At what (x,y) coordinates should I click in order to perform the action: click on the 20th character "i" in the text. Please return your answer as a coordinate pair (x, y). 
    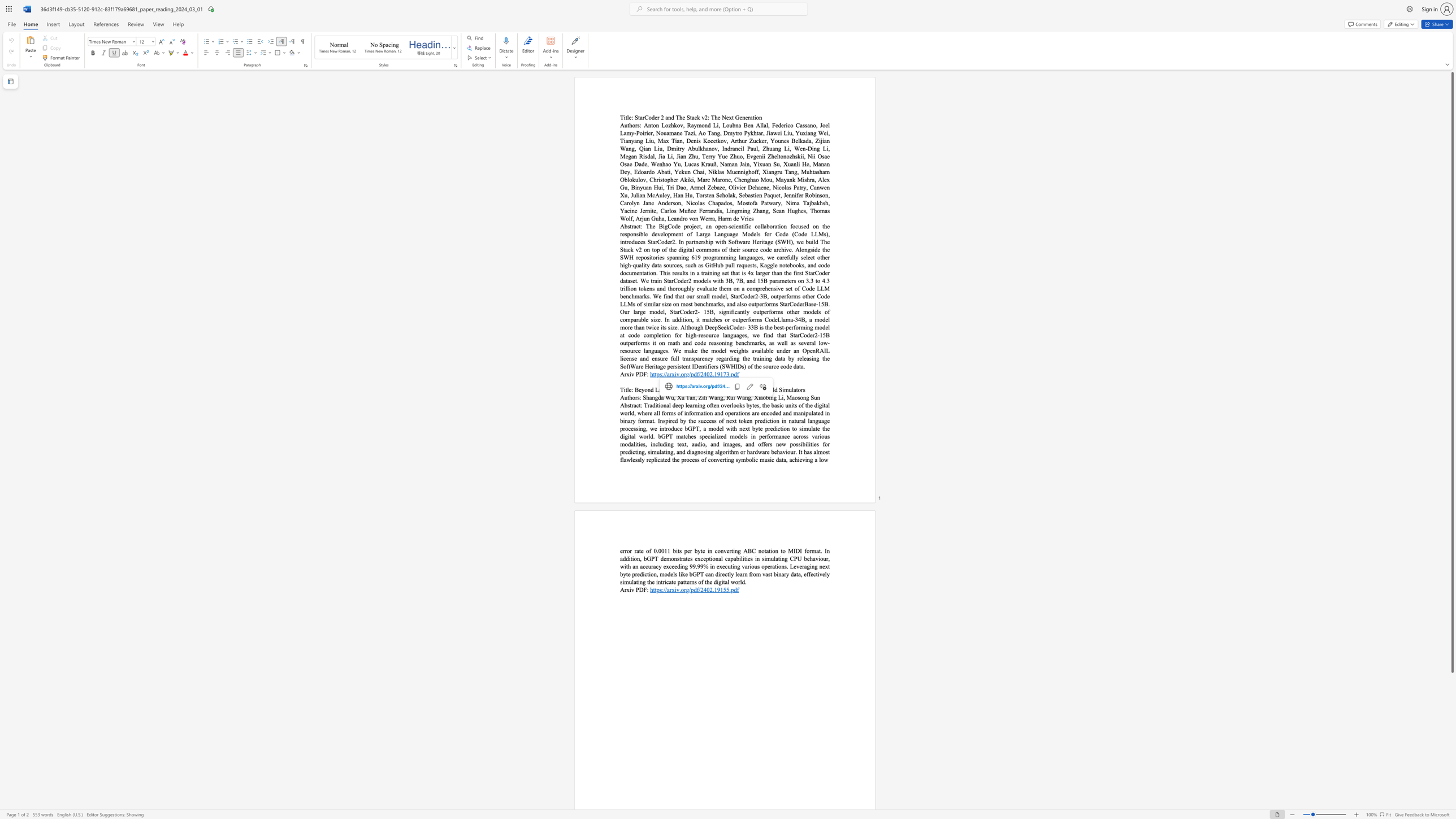
    Looking at the image, I should click on (731, 428).